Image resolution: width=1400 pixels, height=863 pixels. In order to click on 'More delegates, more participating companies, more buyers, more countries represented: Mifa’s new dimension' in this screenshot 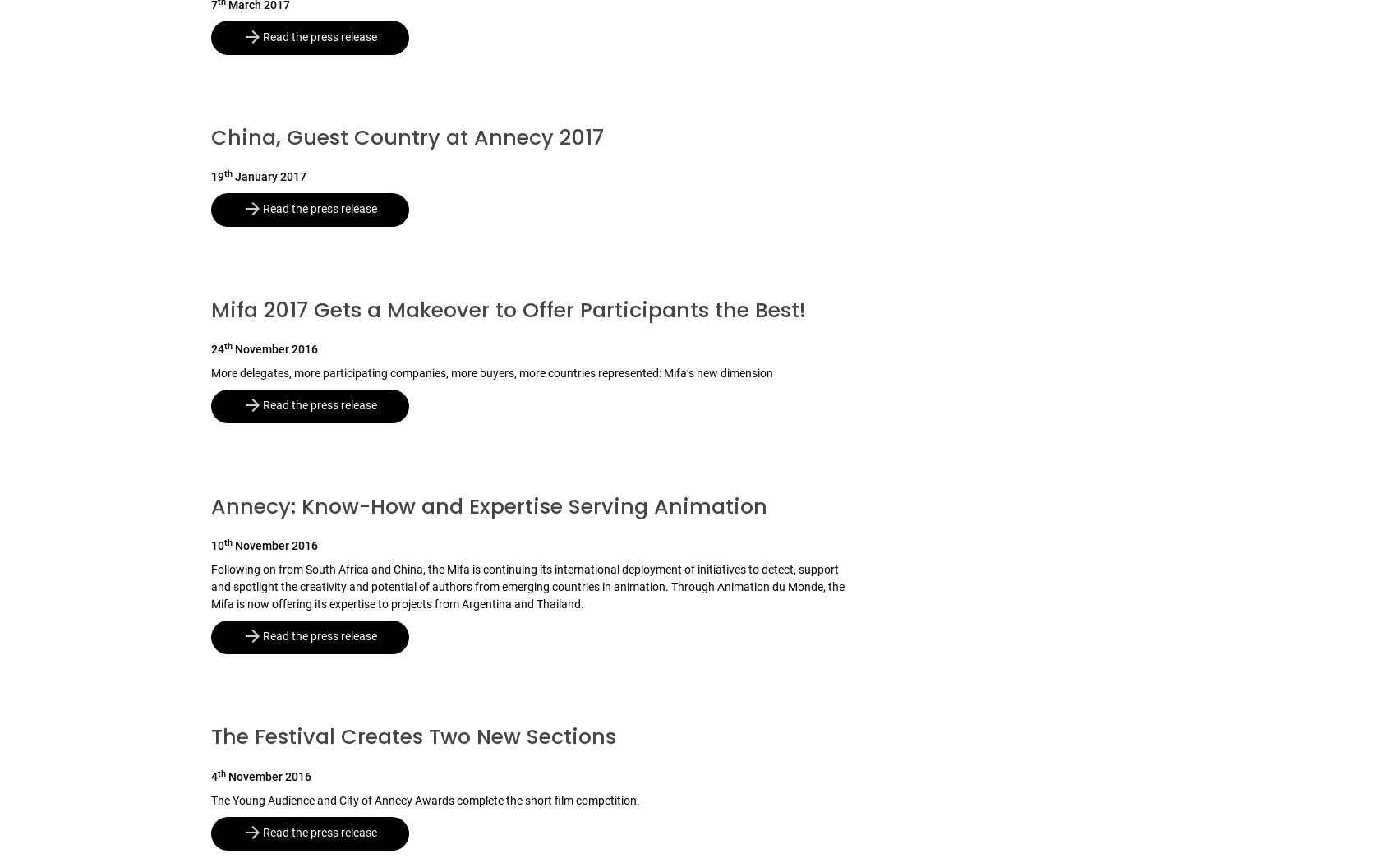, I will do `click(491, 373)`.